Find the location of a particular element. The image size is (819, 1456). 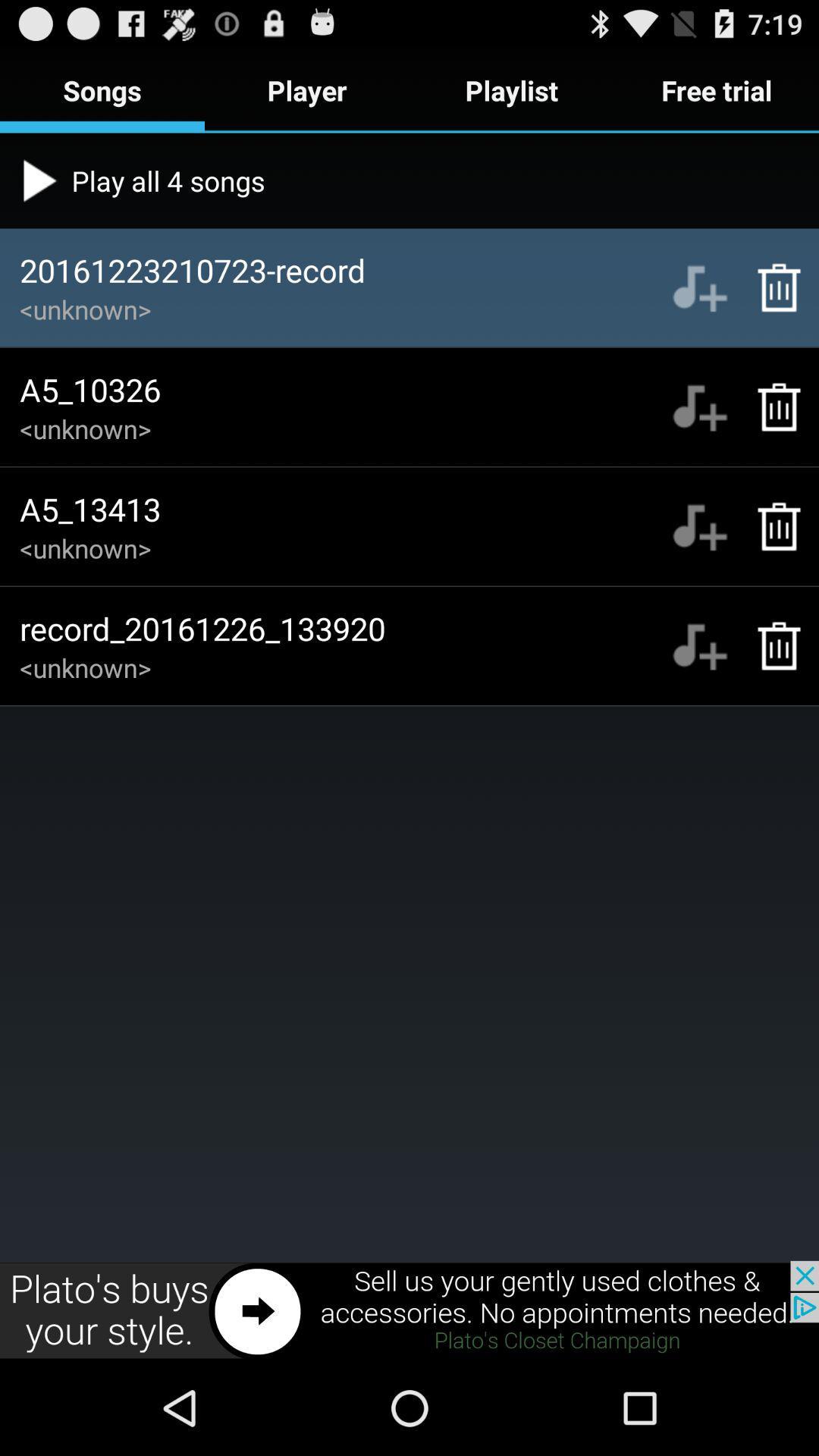

to liked songs is located at coordinates (699, 407).